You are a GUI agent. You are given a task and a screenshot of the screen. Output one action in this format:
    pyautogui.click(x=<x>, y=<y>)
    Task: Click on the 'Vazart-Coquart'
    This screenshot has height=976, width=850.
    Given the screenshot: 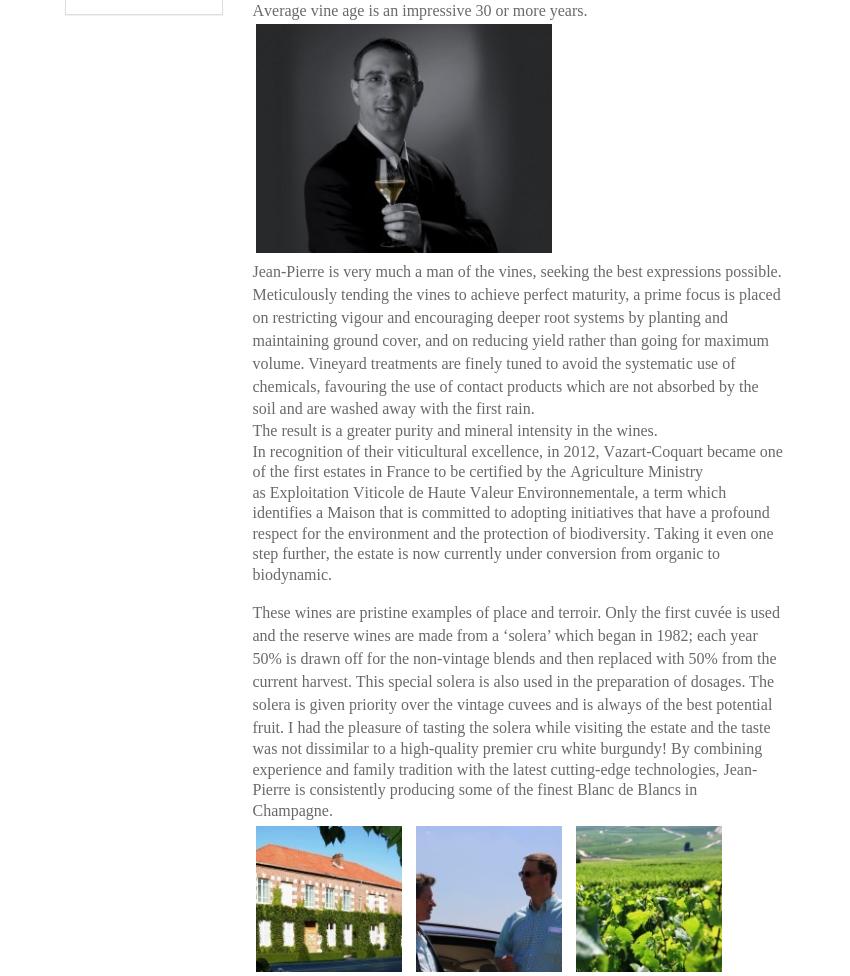 What is the action you would take?
    pyautogui.click(x=652, y=449)
    